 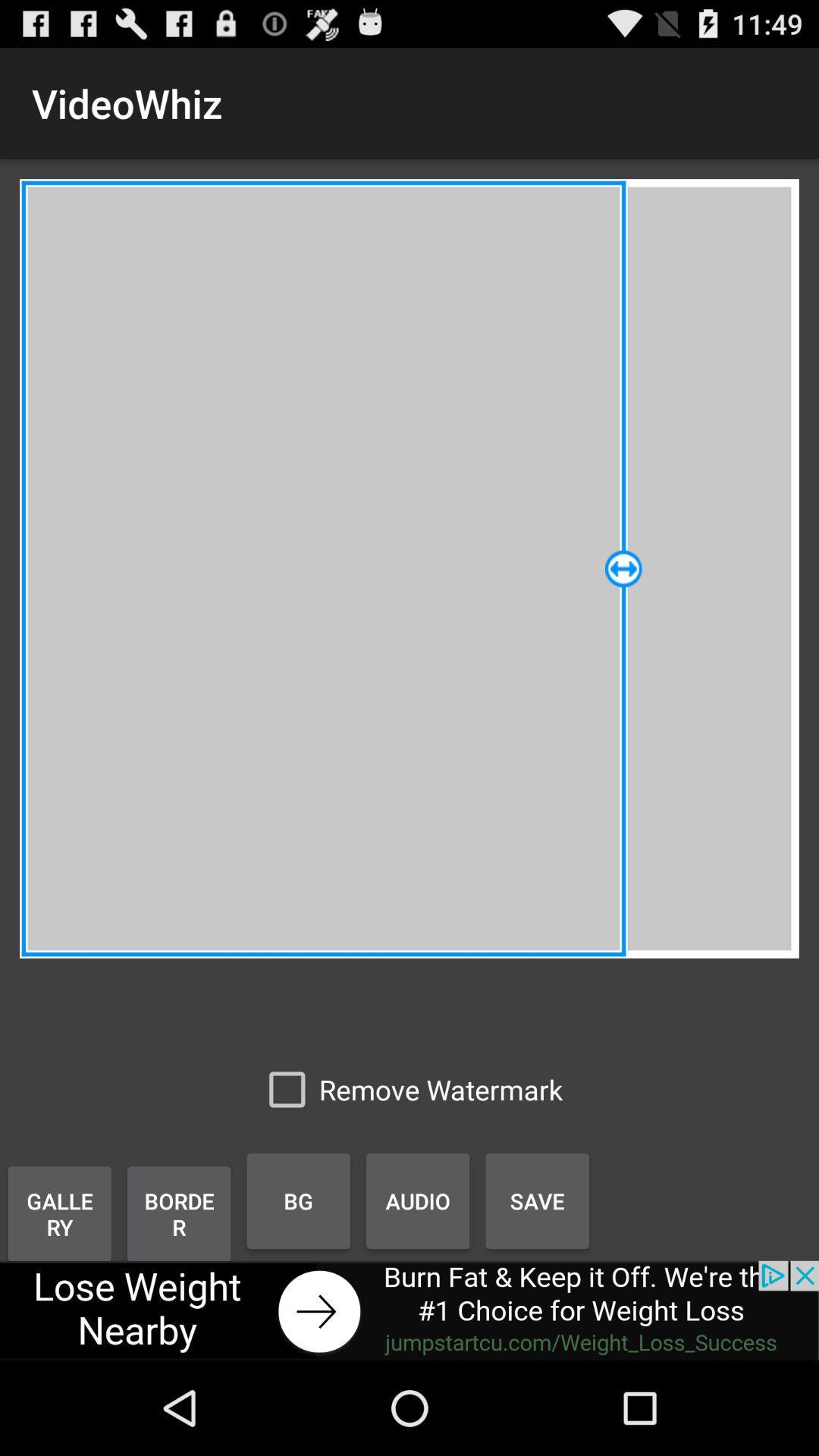 I want to click on click for advertisement, so click(x=409, y=1310).